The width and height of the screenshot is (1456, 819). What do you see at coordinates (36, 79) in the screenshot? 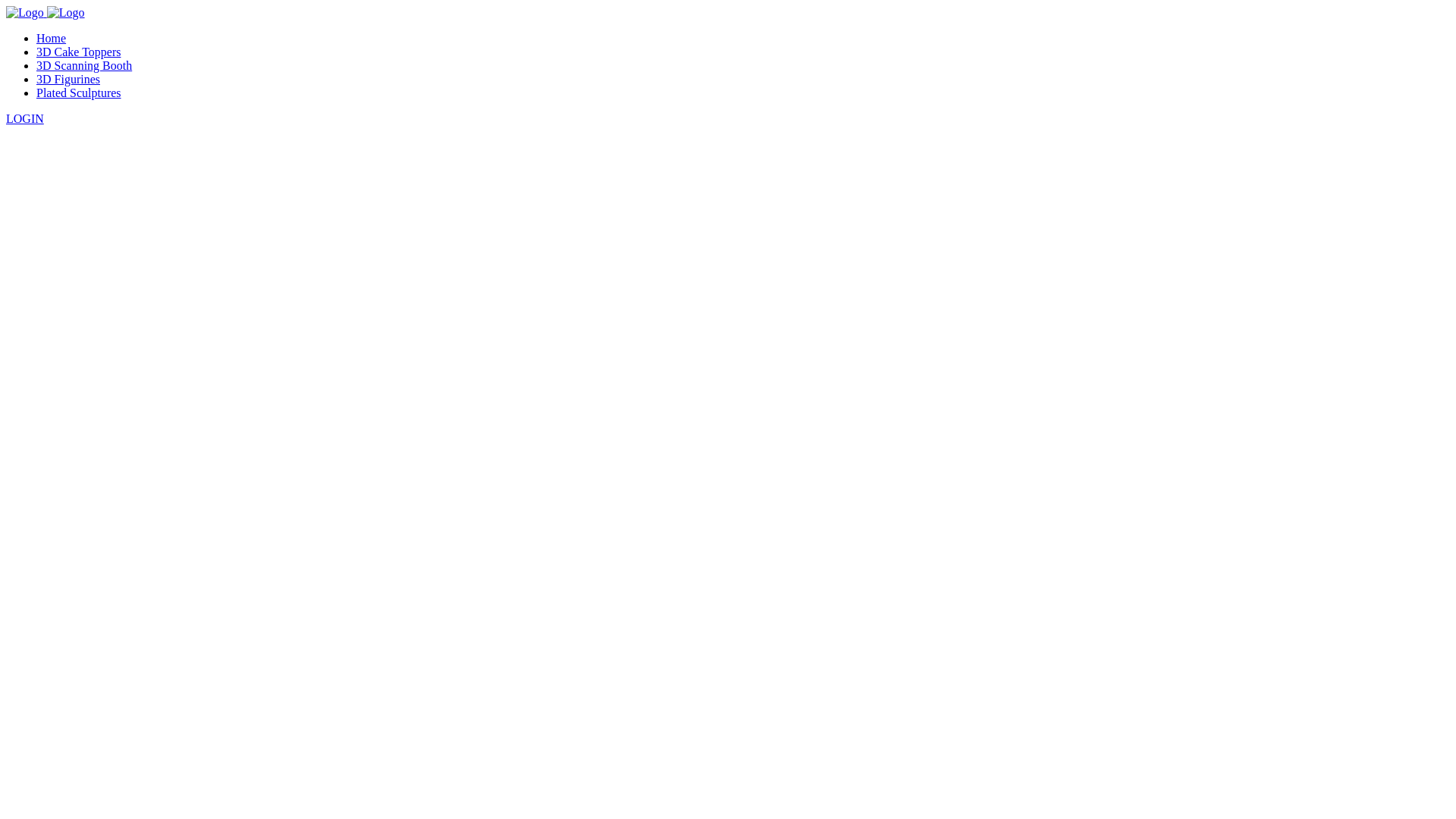
I see `'3D Figurines'` at bounding box center [36, 79].